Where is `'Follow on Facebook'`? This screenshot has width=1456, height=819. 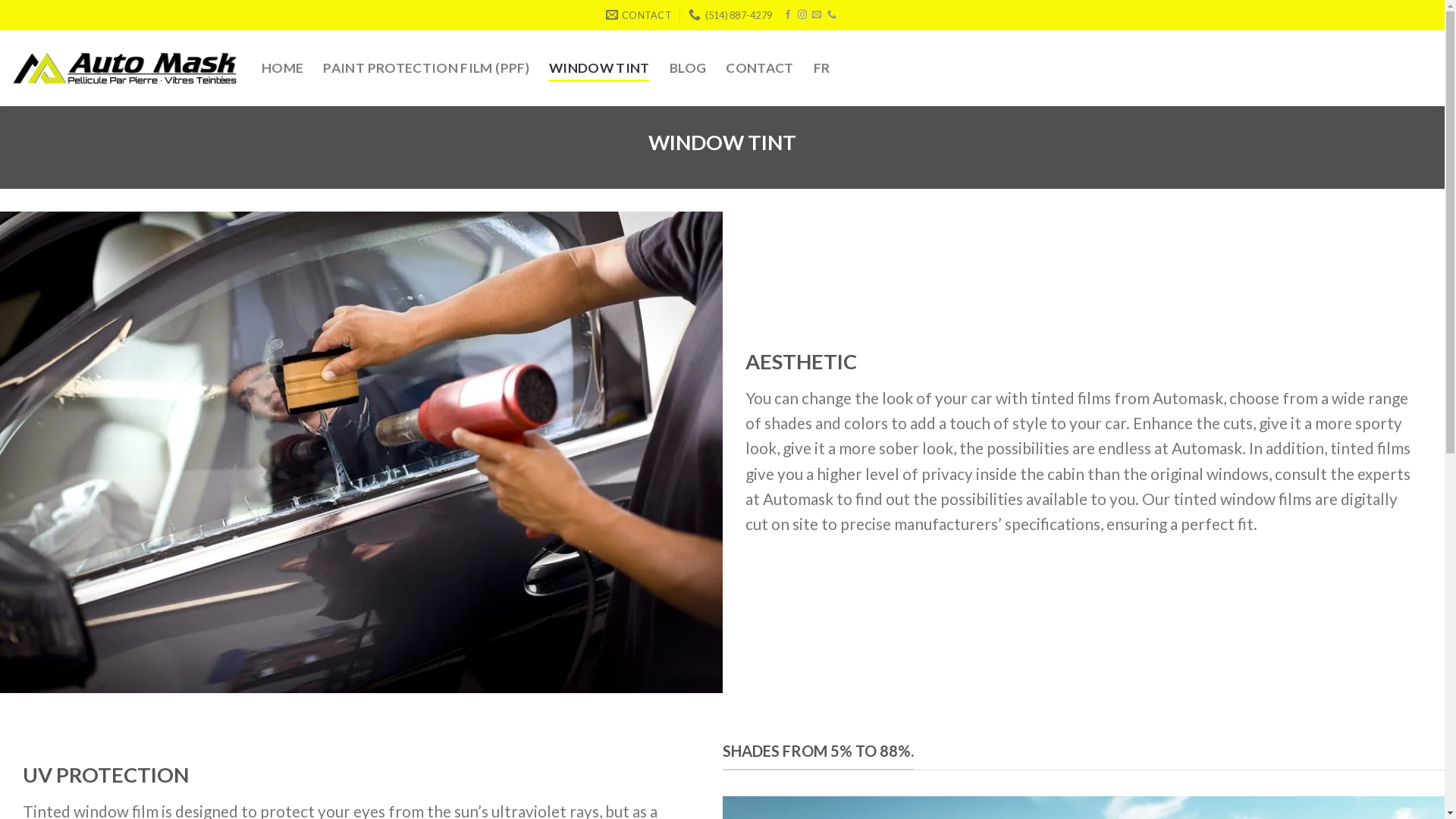 'Follow on Facebook' is located at coordinates (787, 14).